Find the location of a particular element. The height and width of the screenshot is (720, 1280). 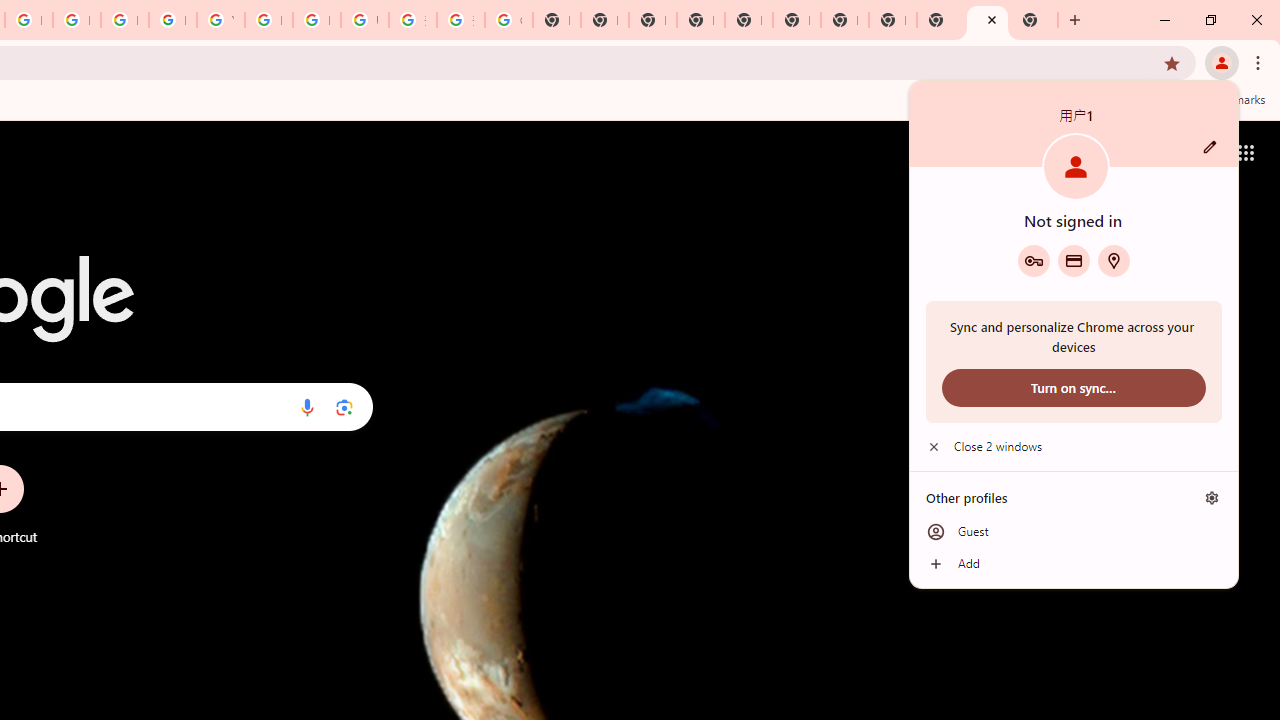

'New Tab' is located at coordinates (1034, 20).